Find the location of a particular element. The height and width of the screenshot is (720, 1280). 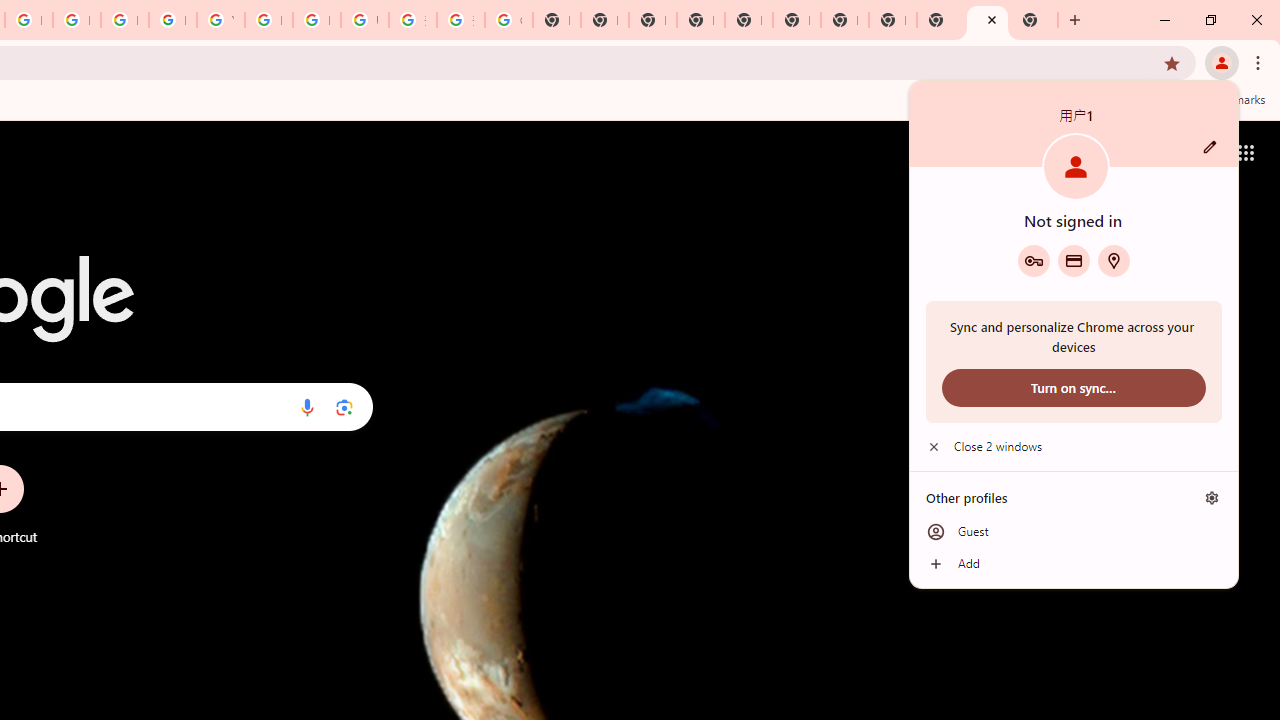

'New Tab' is located at coordinates (1034, 20).